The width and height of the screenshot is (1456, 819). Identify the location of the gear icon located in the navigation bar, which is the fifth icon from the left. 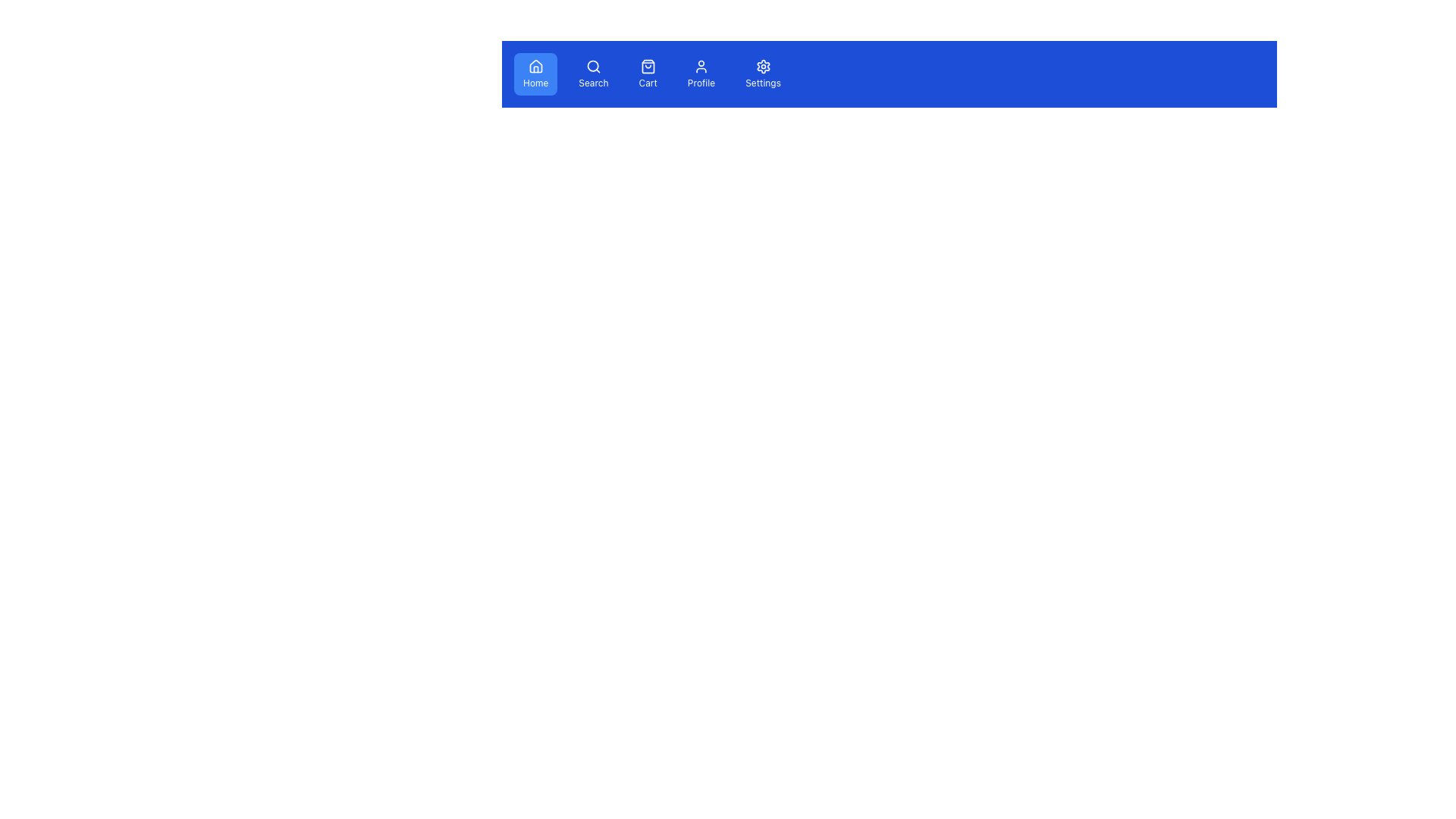
(763, 66).